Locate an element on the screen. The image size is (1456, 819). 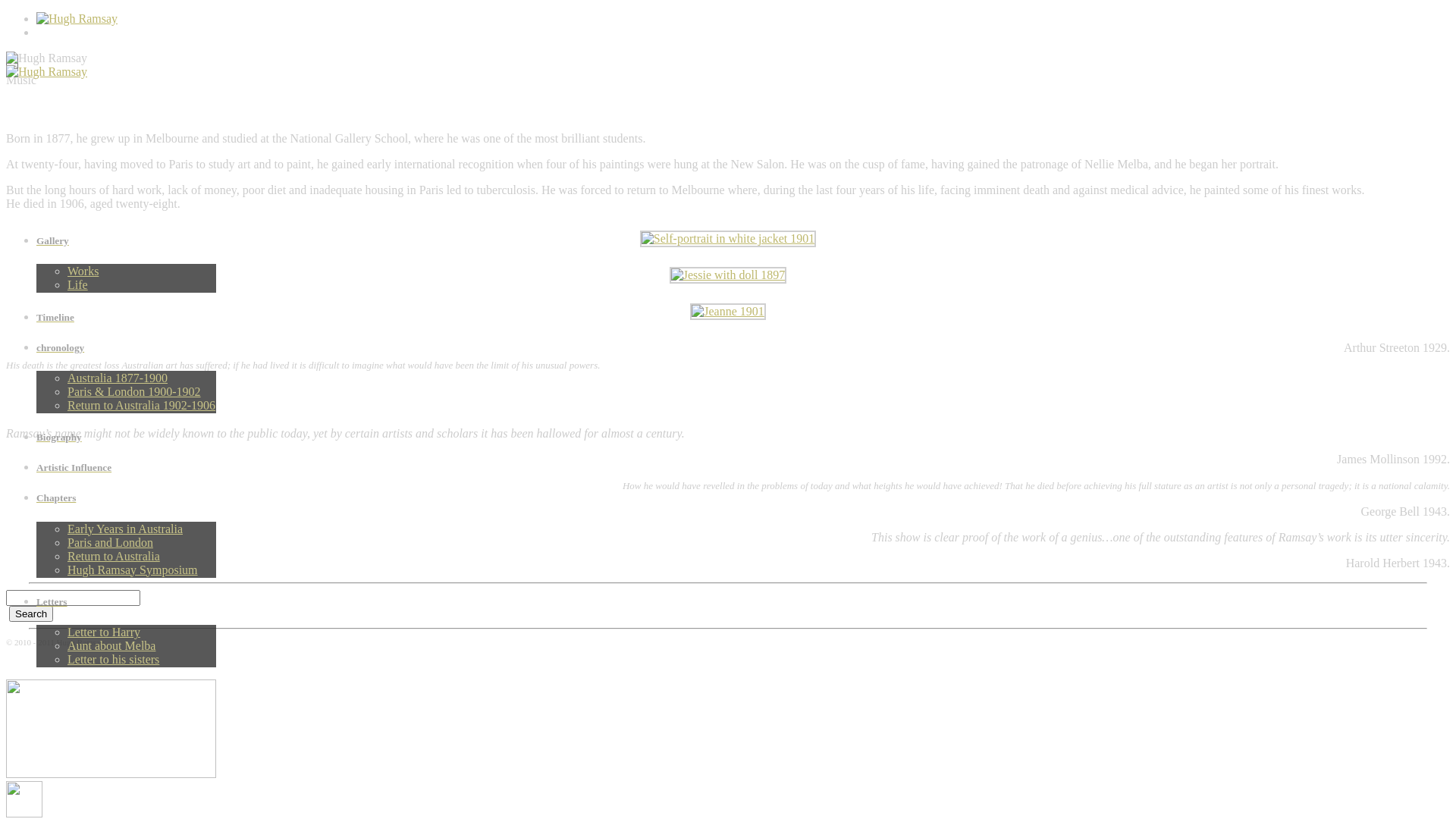
'chronology' is located at coordinates (126, 348).